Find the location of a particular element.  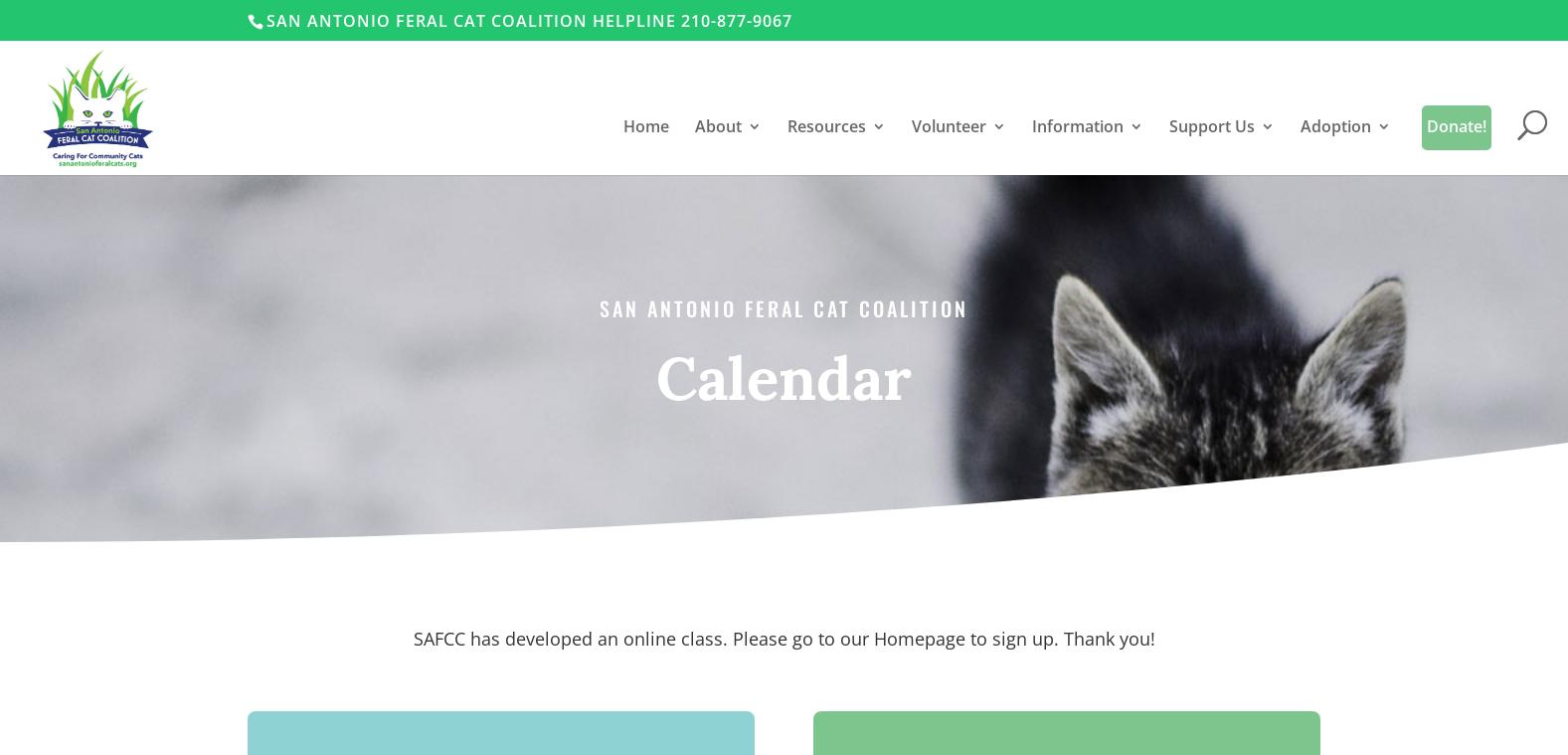

'Calendar' is located at coordinates (783, 378).